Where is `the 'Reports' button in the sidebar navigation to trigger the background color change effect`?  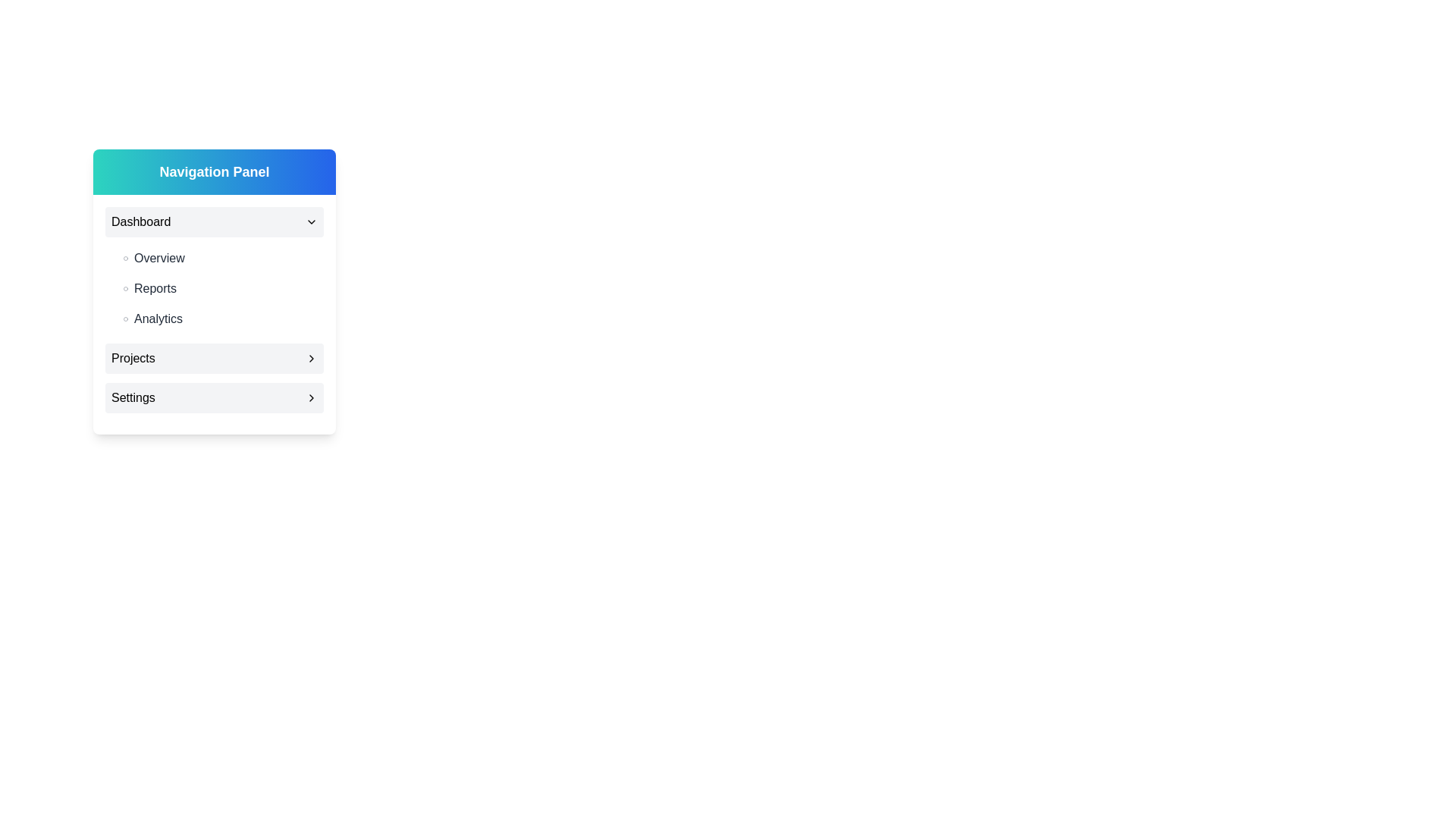 the 'Reports' button in the sidebar navigation to trigger the background color change effect is located at coordinates (220, 289).